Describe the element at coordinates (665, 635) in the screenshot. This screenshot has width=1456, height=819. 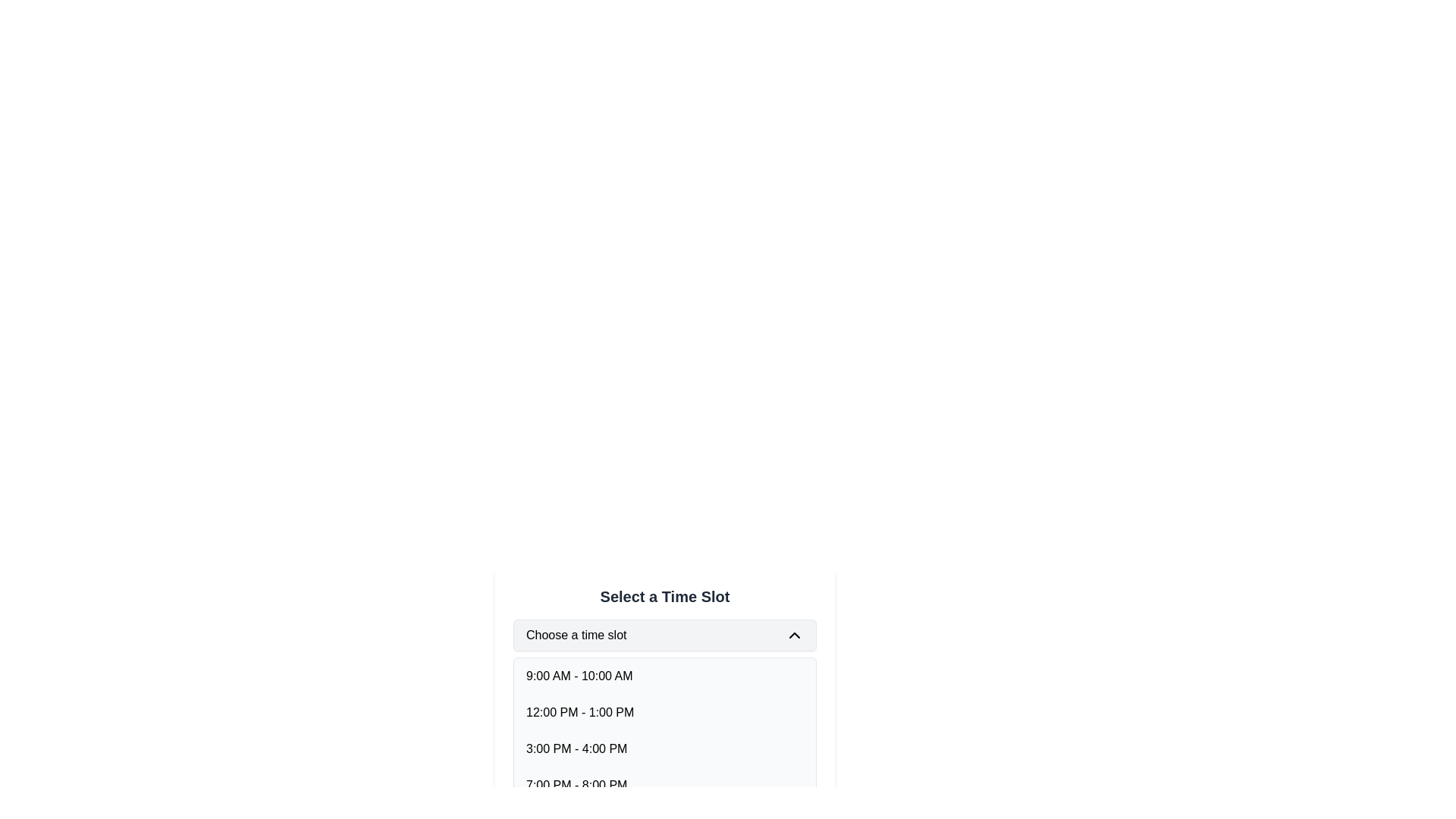
I see `the Dropdown menu for keyboard navigation` at that location.